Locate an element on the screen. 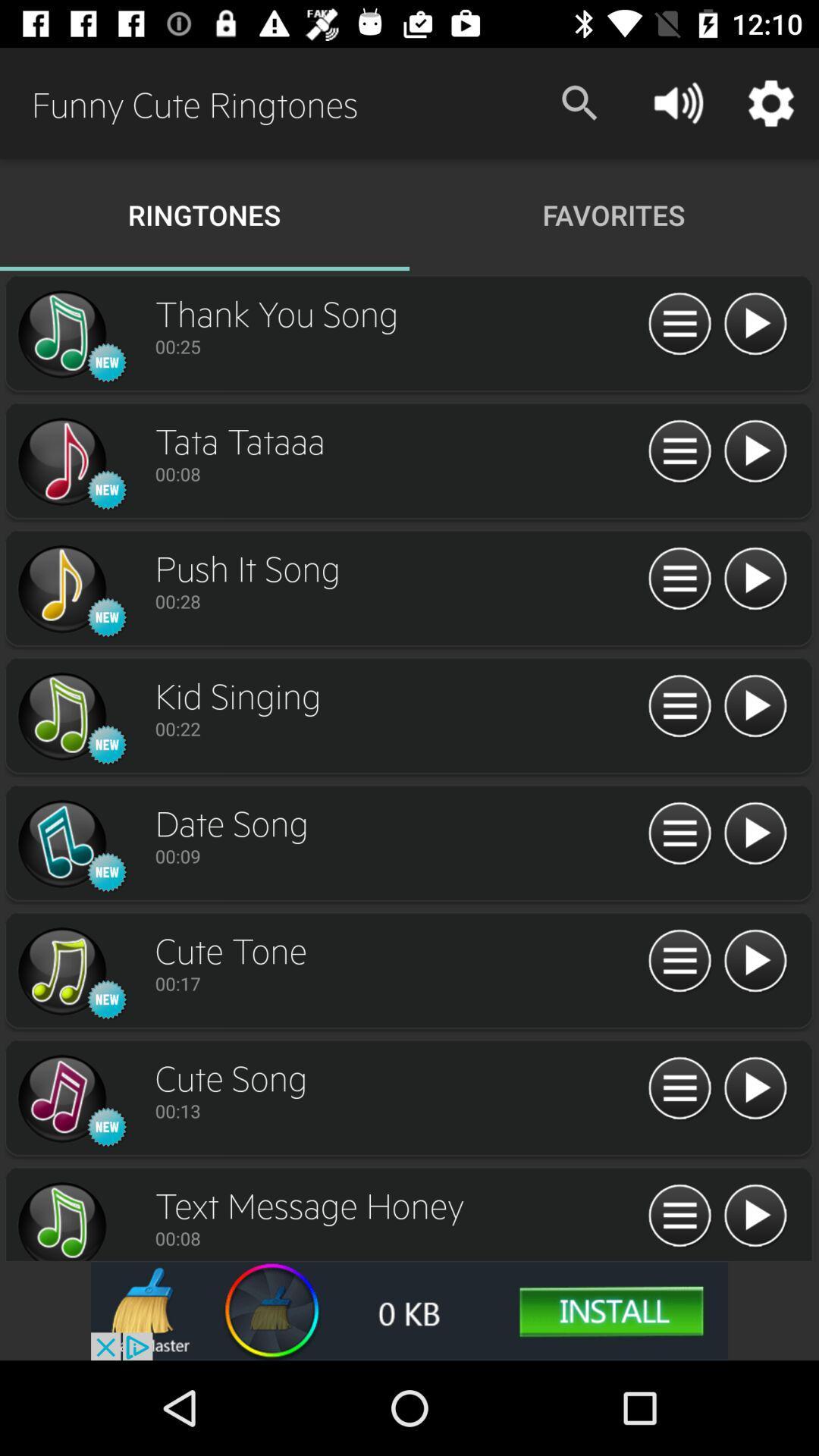 The height and width of the screenshot is (1456, 819). menu is located at coordinates (679, 833).